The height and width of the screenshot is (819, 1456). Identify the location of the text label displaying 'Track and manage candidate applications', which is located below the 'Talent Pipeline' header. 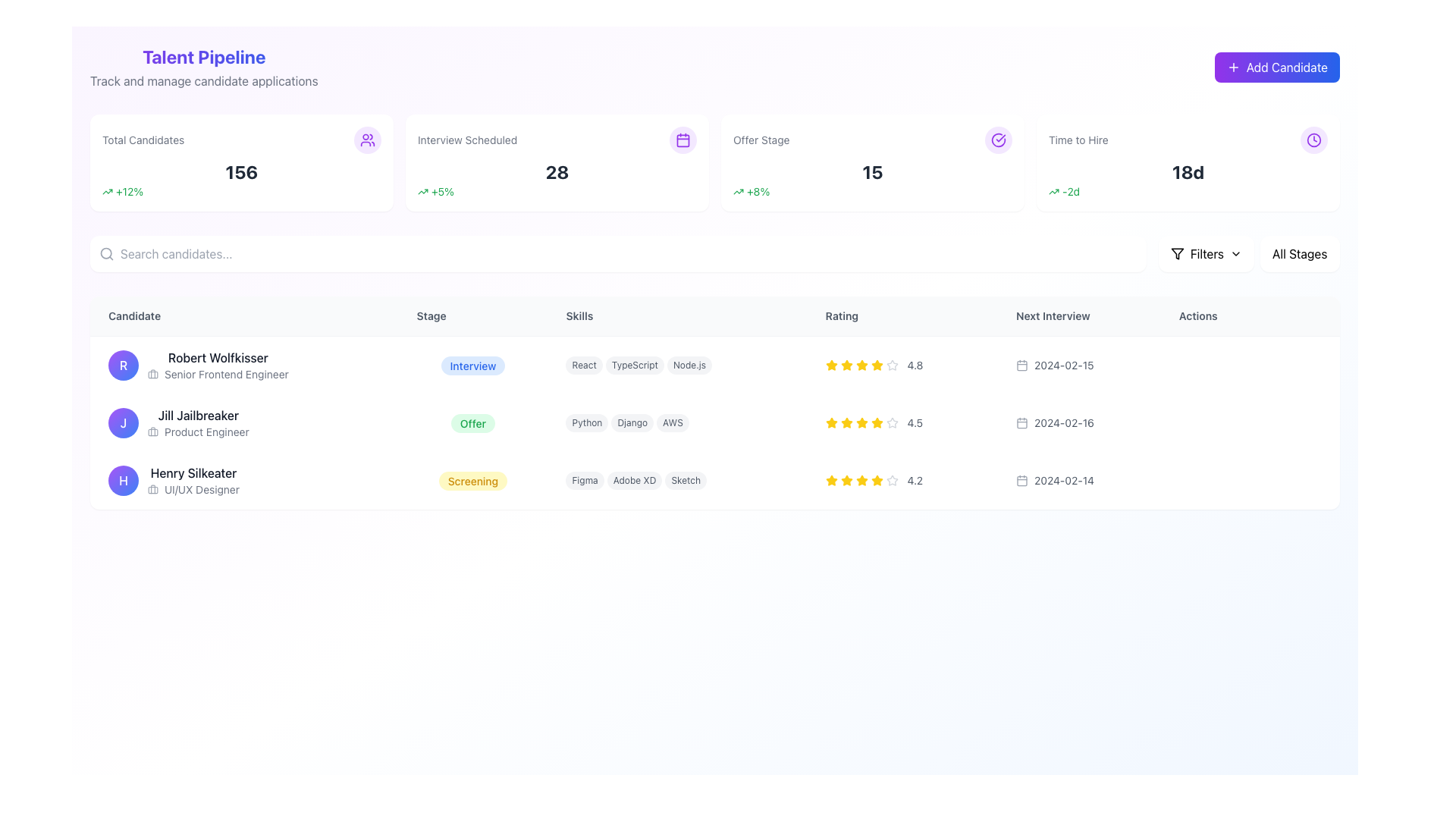
(203, 81).